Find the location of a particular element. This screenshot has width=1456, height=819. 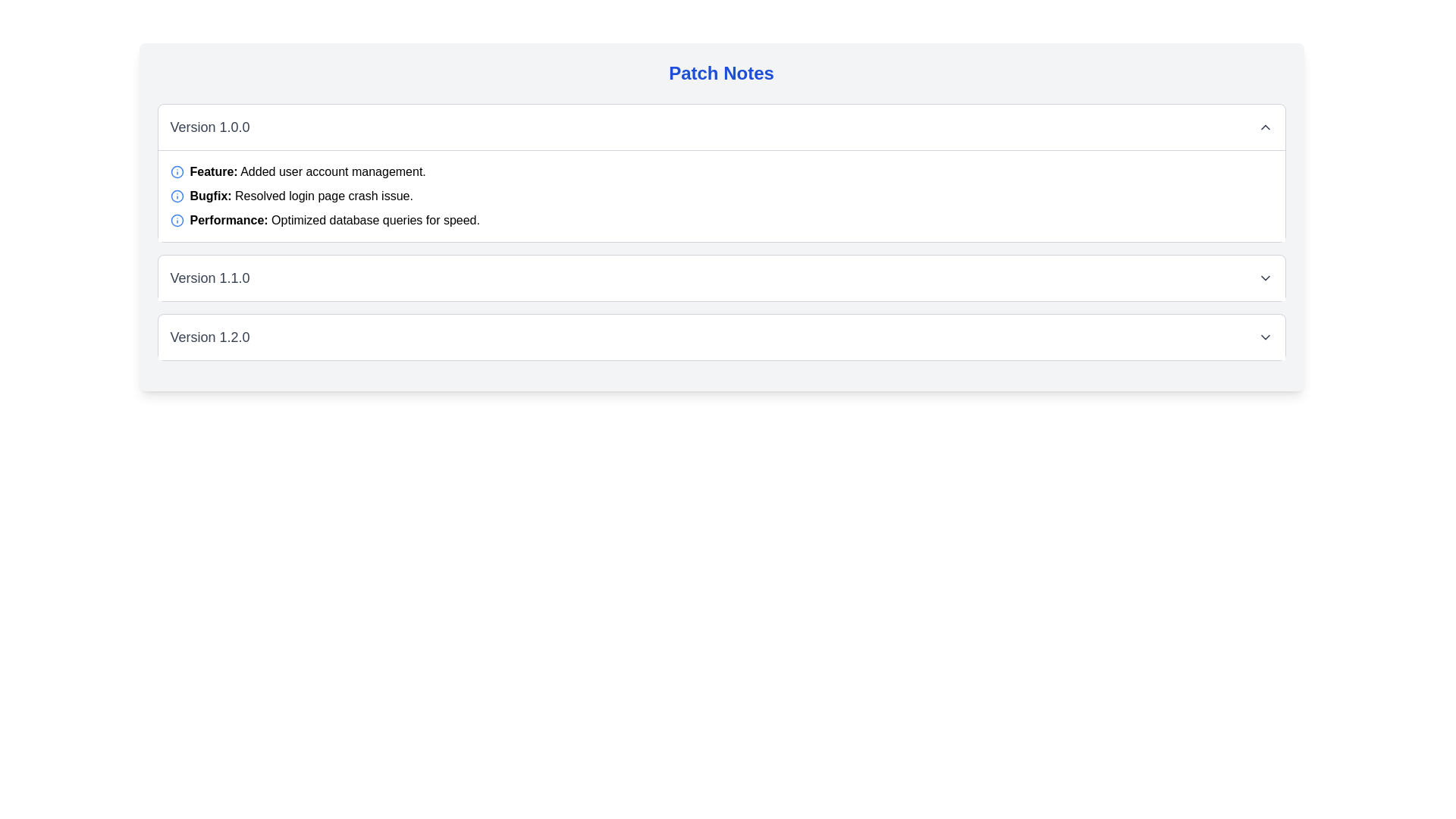

text label that describes the specific bug fix implemented in version 1.0.0, located between 'Feature: Added user account management.' and 'Performance: Optimized database queries for speed.' is located at coordinates (301, 195).